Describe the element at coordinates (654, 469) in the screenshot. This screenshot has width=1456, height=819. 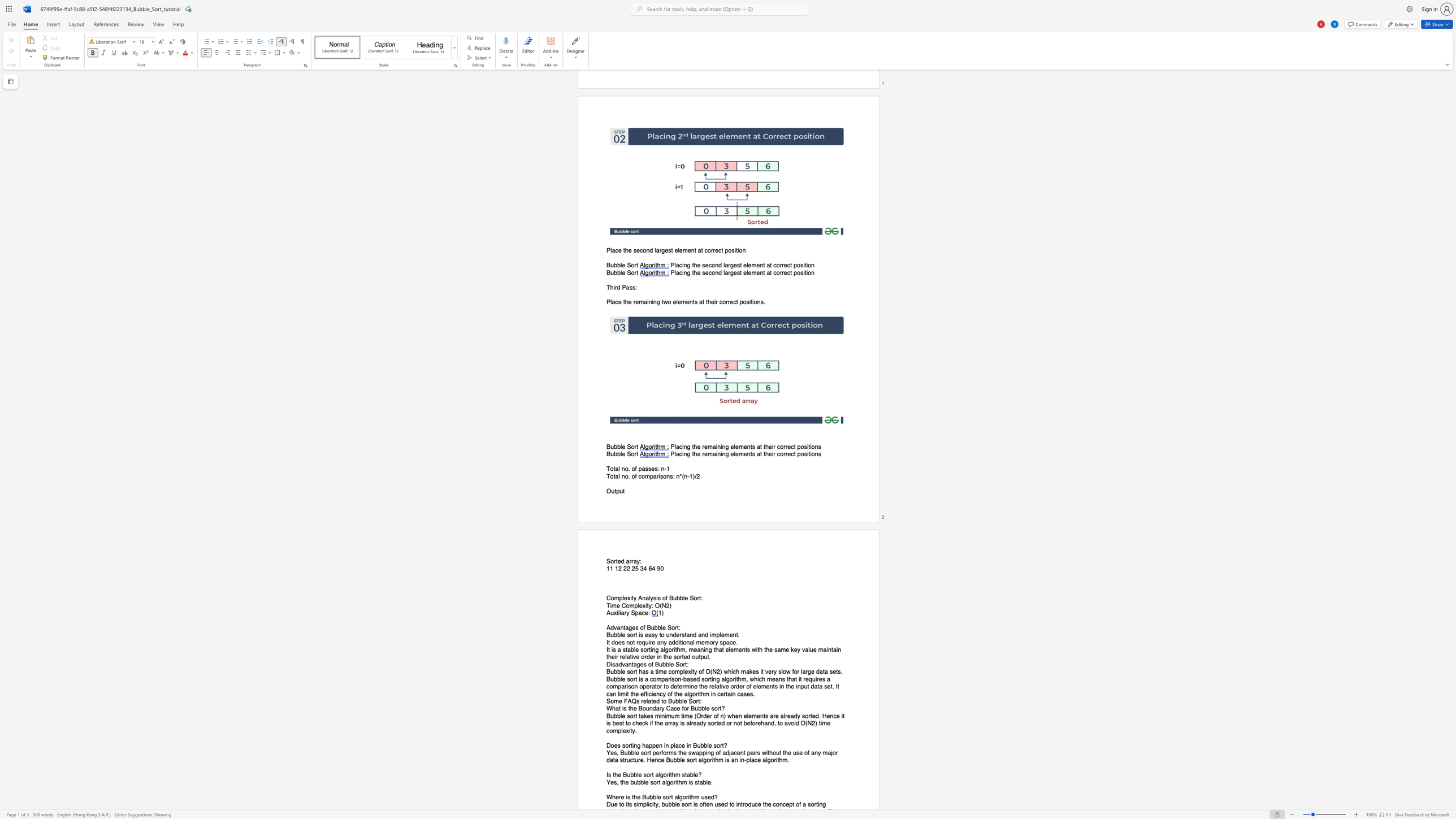
I see `the subset text "s:" within the text "Total no. of passes: n-1"` at that location.